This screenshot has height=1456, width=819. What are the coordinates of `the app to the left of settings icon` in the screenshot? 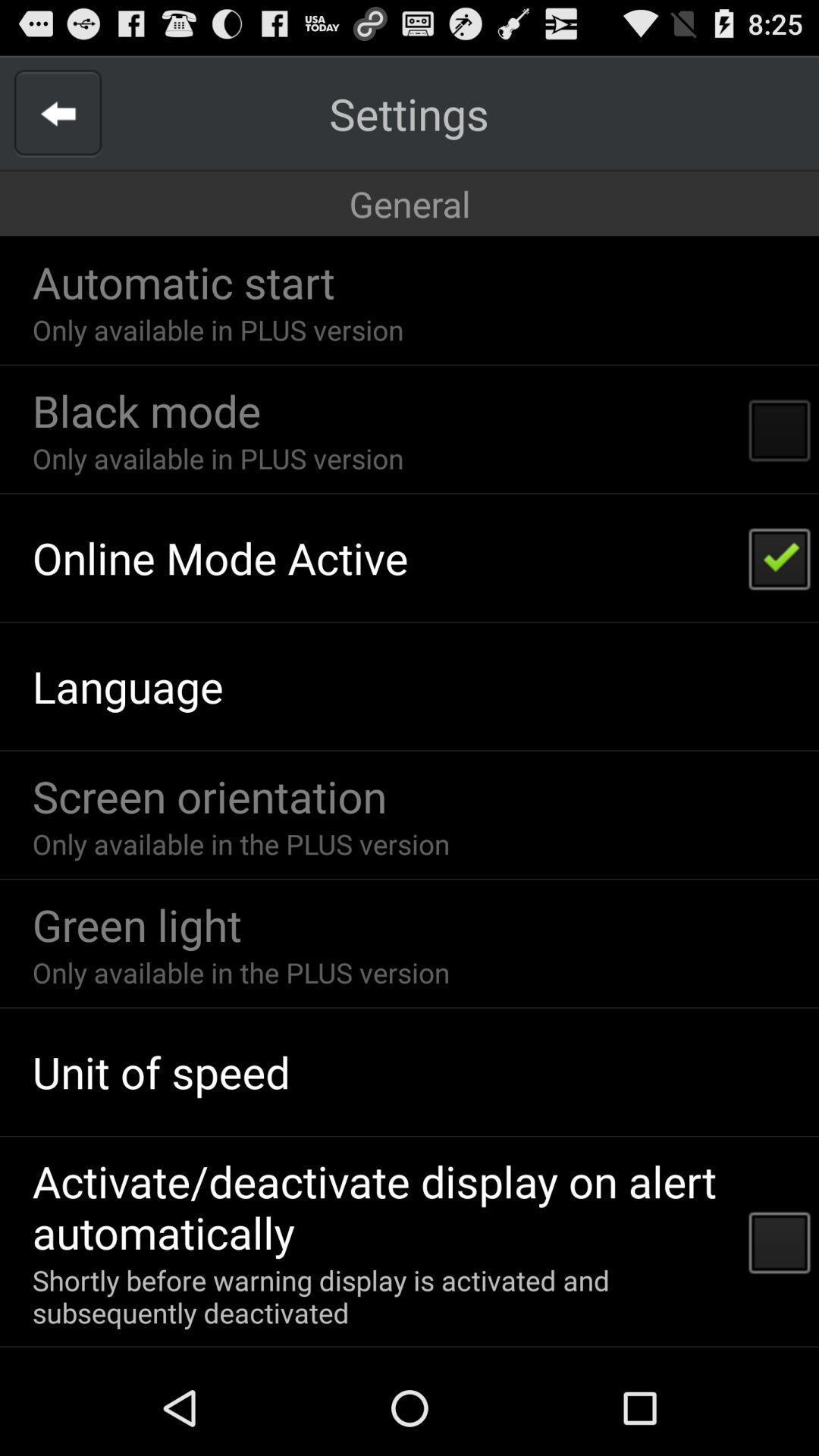 It's located at (57, 112).